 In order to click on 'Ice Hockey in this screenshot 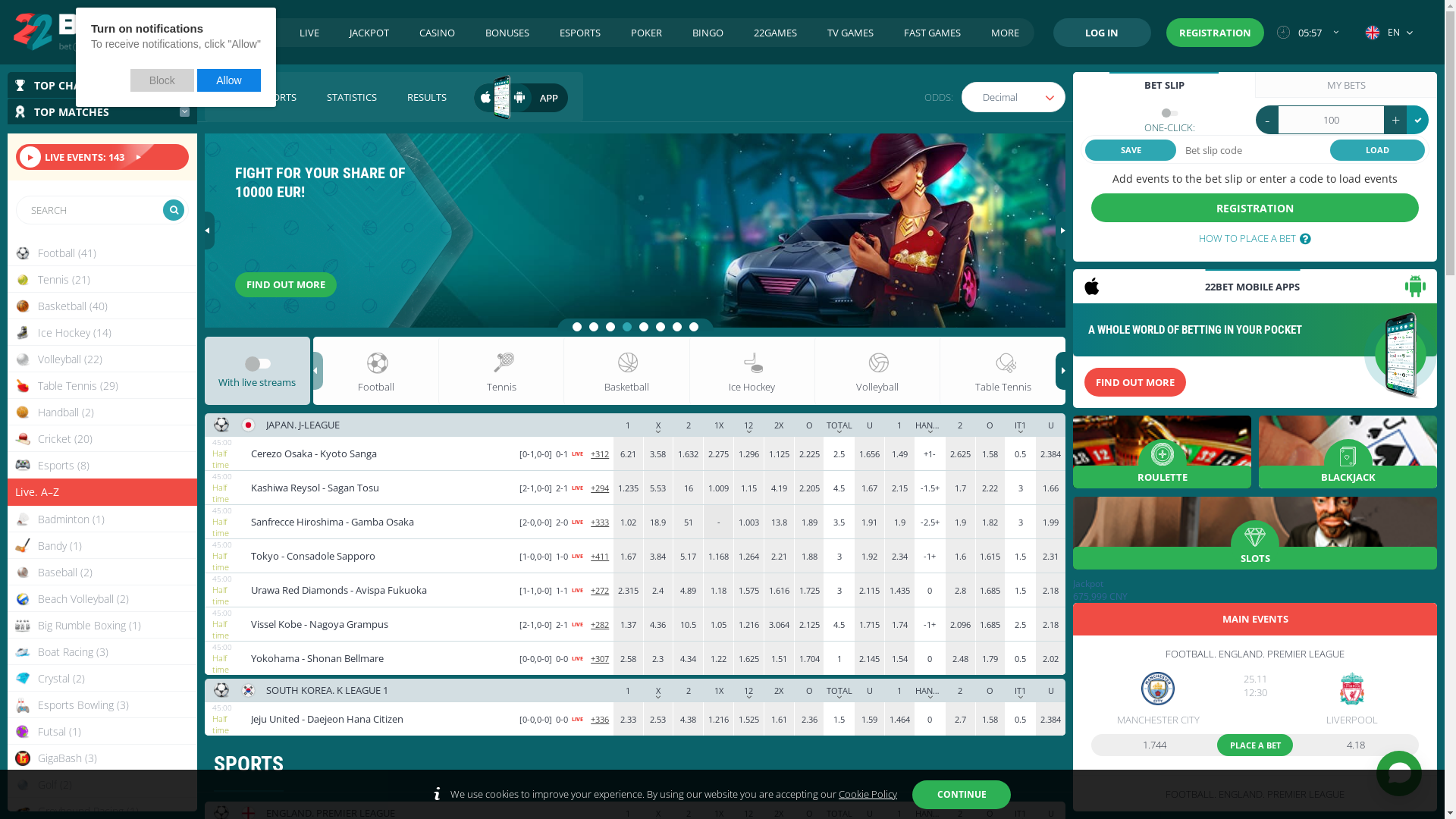, I will do `click(101, 331)`.